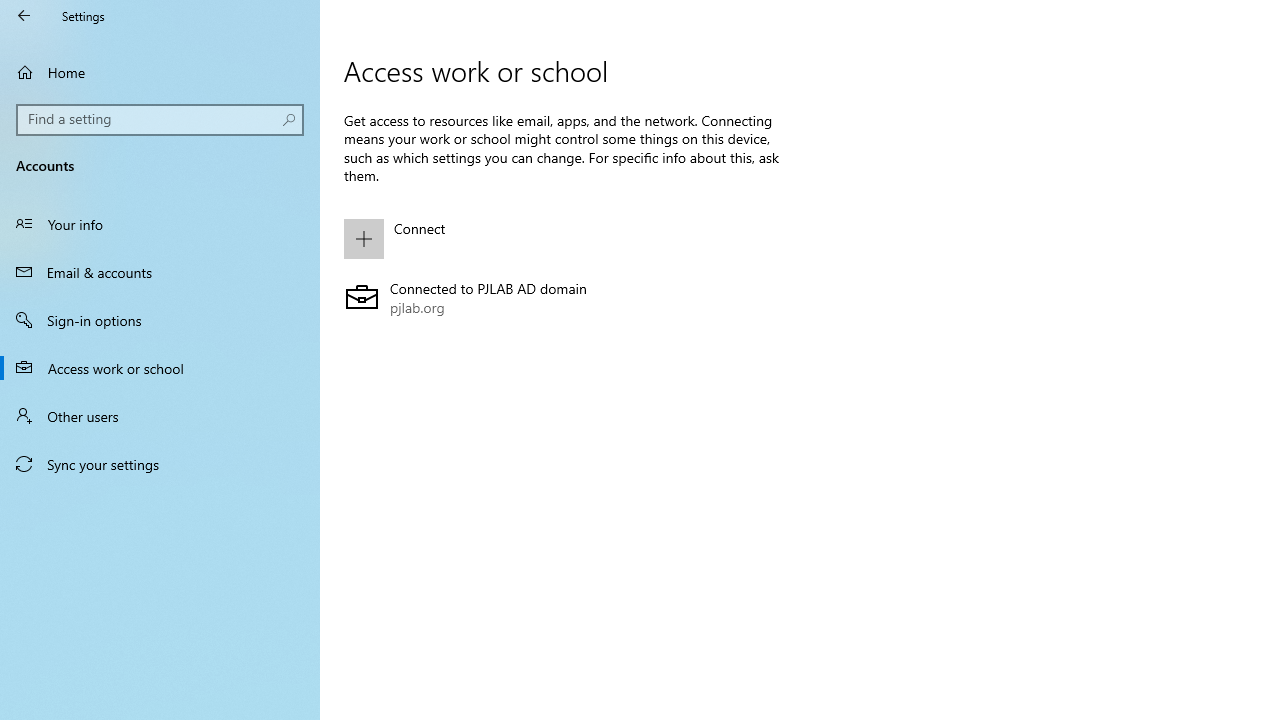 This screenshot has height=720, width=1280. I want to click on 'Sign-in options', so click(160, 319).